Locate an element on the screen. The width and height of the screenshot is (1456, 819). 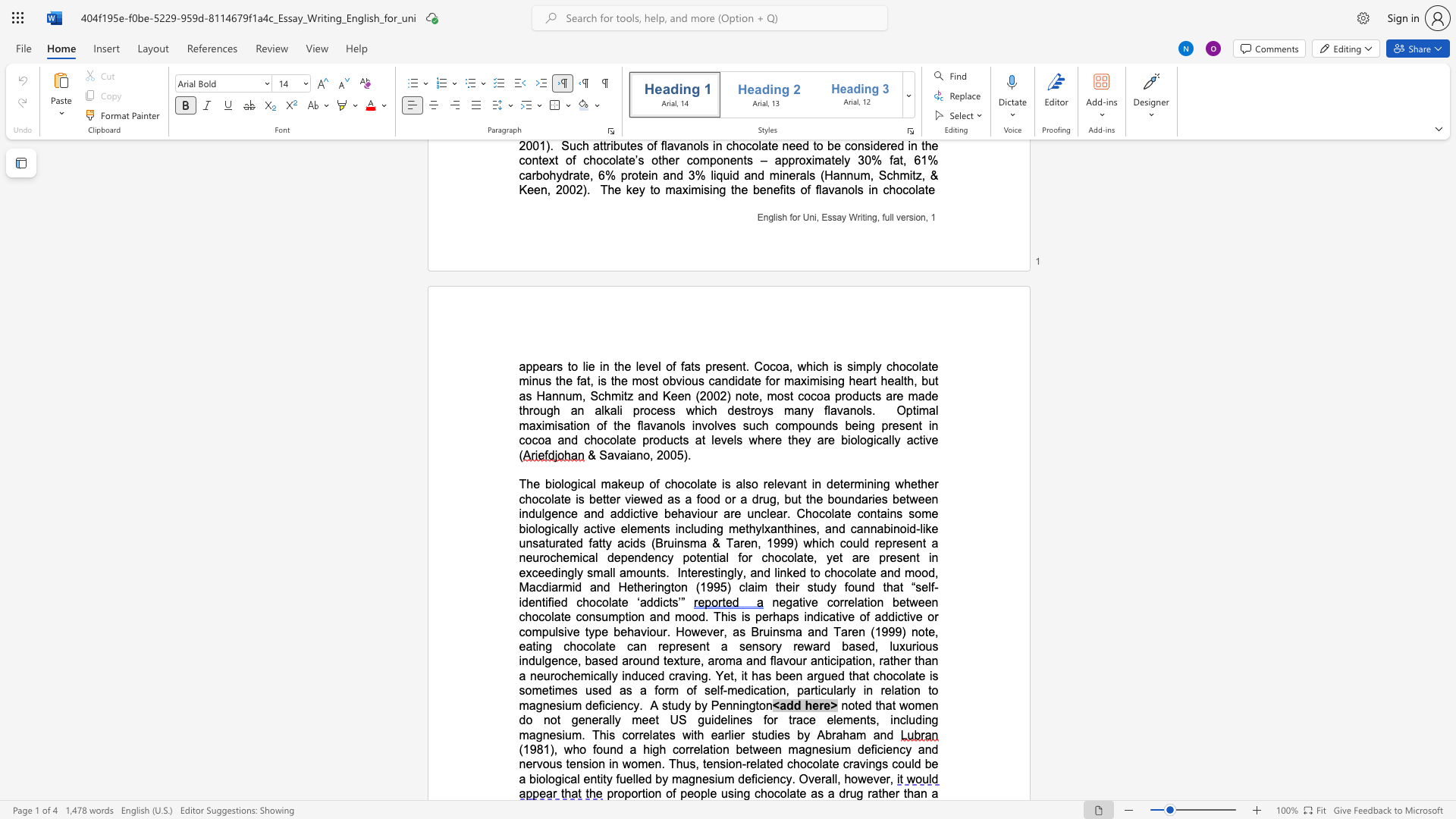
the subset text "tud" within the text "A study by Pennington" is located at coordinates (667, 705).